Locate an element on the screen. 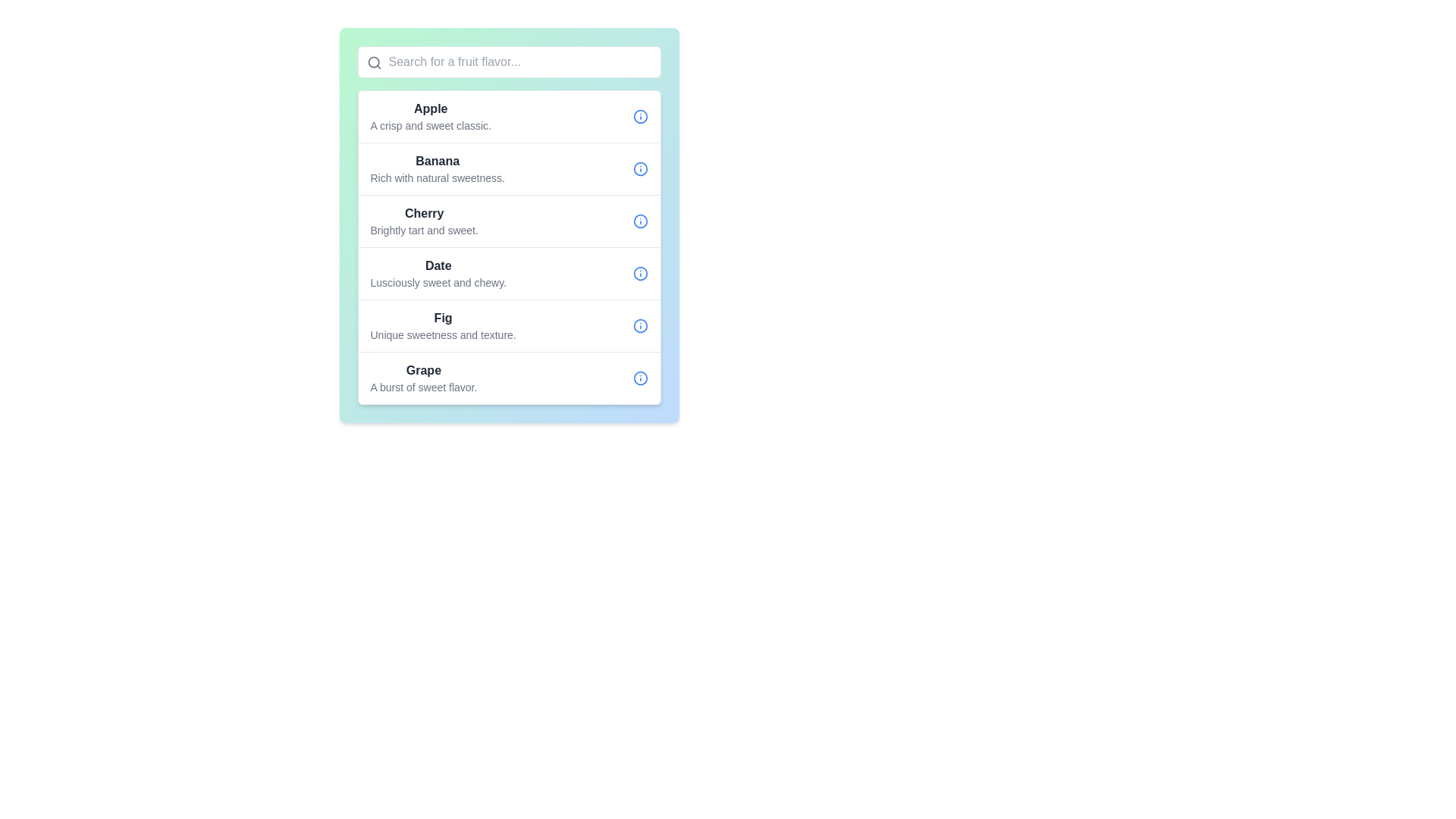 This screenshot has width=1456, height=819. the text label displaying 'Apple' in bold, dark gray color is located at coordinates (430, 108).